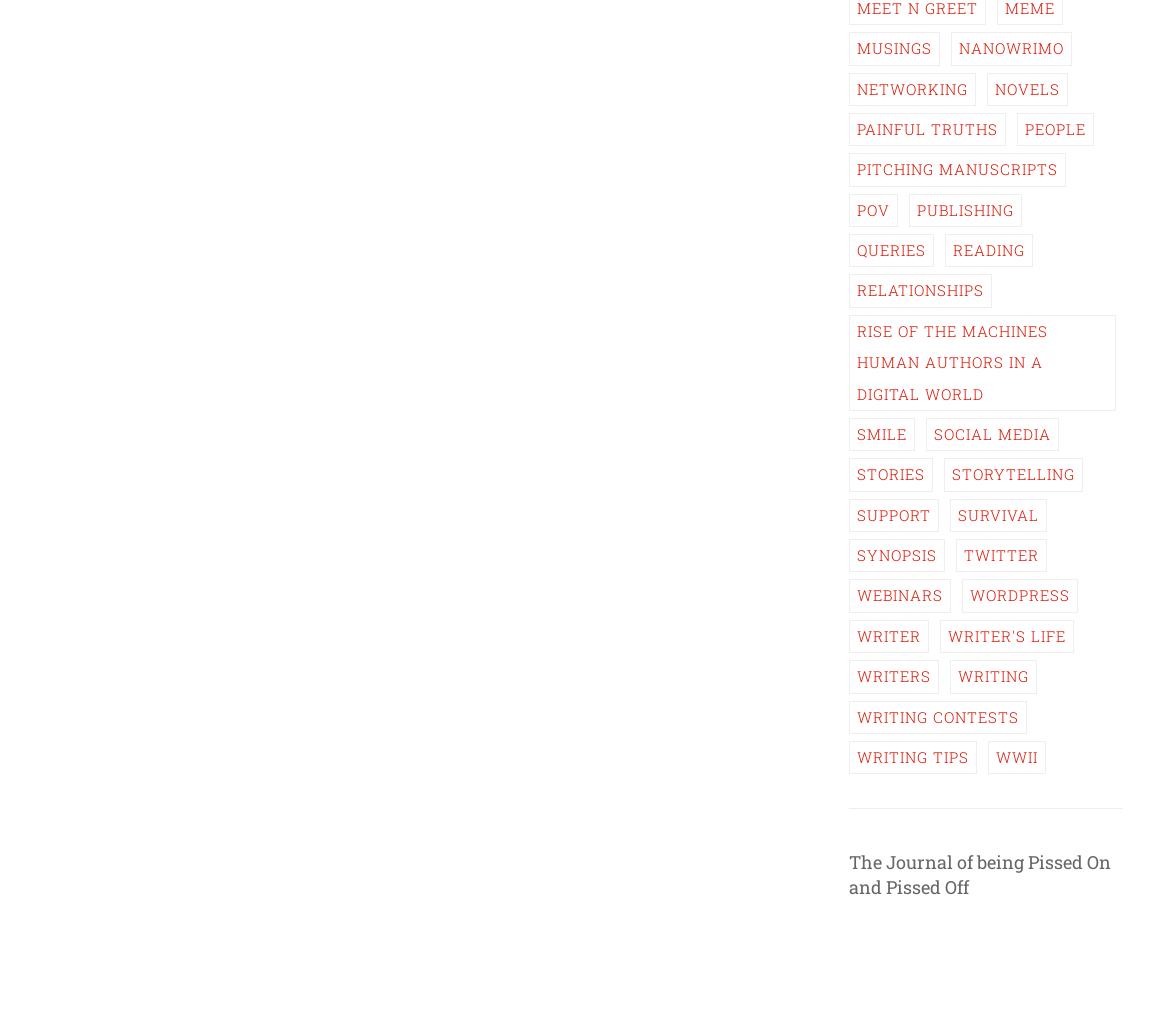 The width and height of the screenshot is (1150, 1014). I want to click on 'Writing Contests', so click(855, 714).